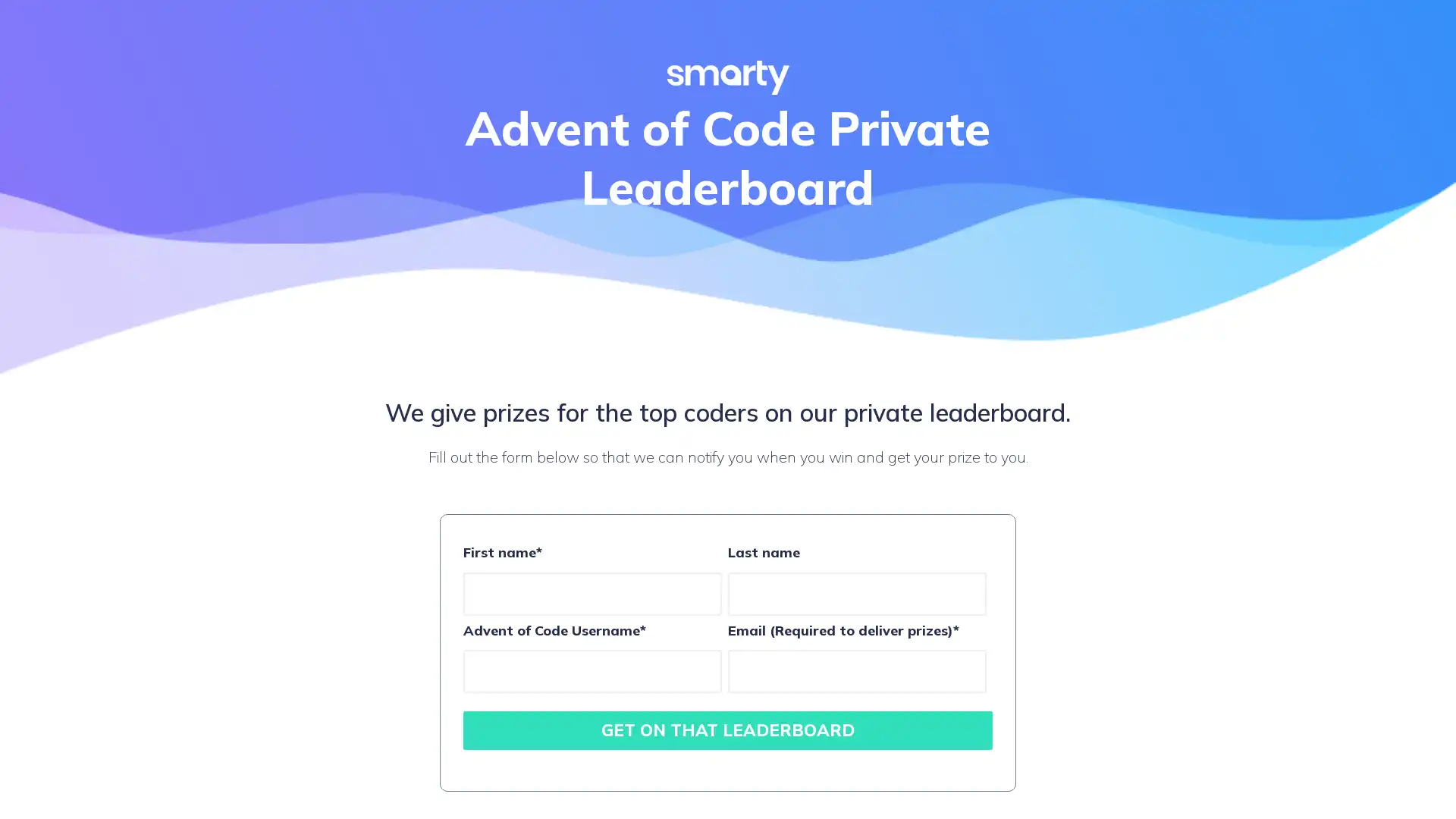  I want to click on GET ON THAT LEADERBOARD, so click(728, 730).